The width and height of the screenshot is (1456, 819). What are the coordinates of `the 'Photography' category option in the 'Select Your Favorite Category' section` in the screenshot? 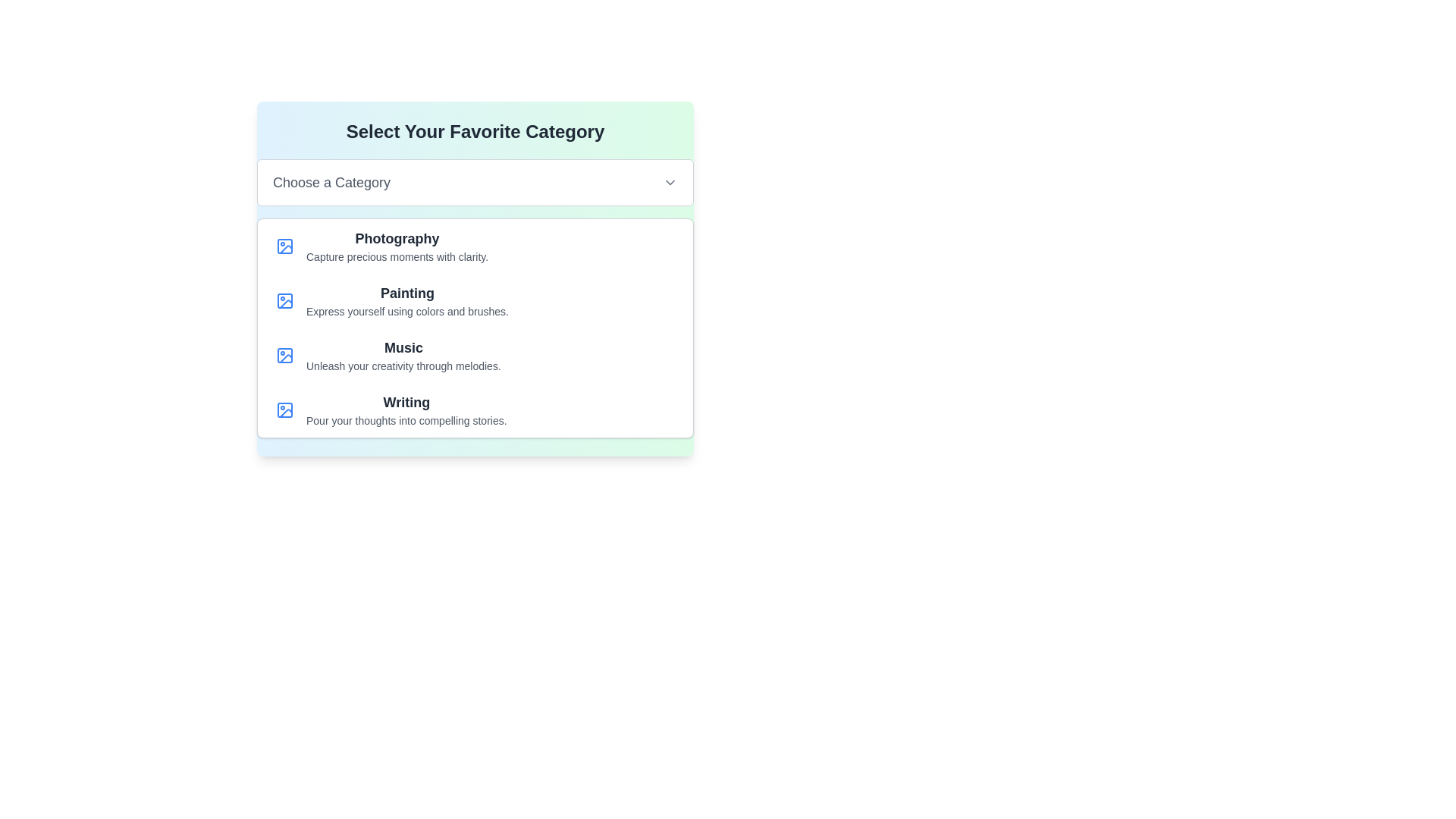 It's located at (397, 245).